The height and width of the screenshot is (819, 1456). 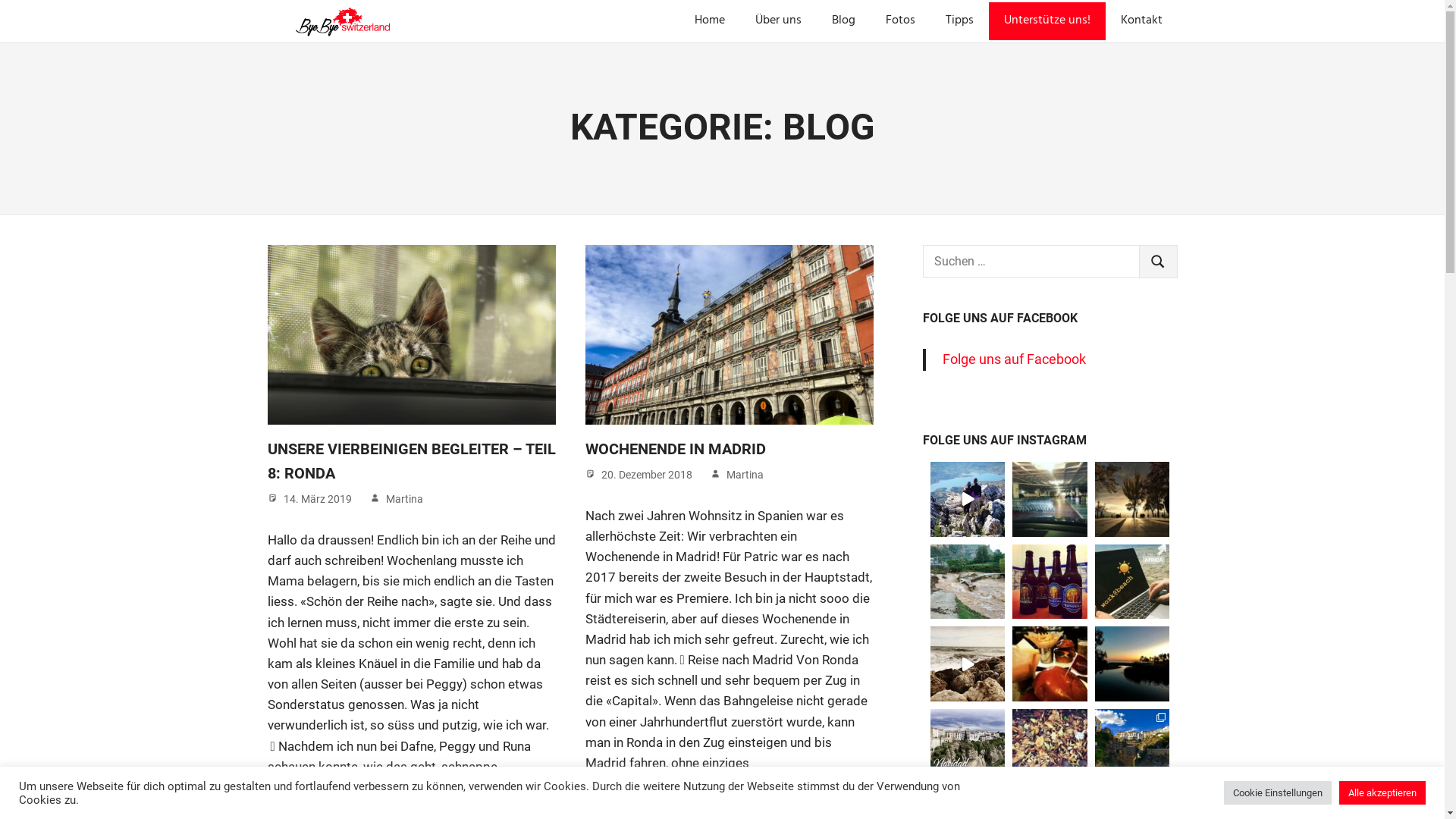 I want to click on 'Martina', so click(x=745, y=473).